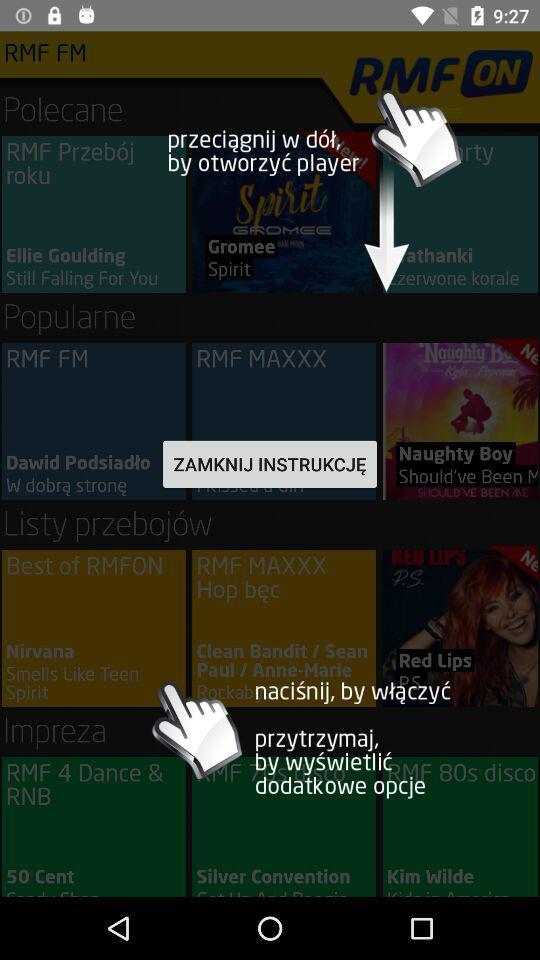 This screenshot has width=540, height=960. I want to click on the icon at the center, so click(270, 464).